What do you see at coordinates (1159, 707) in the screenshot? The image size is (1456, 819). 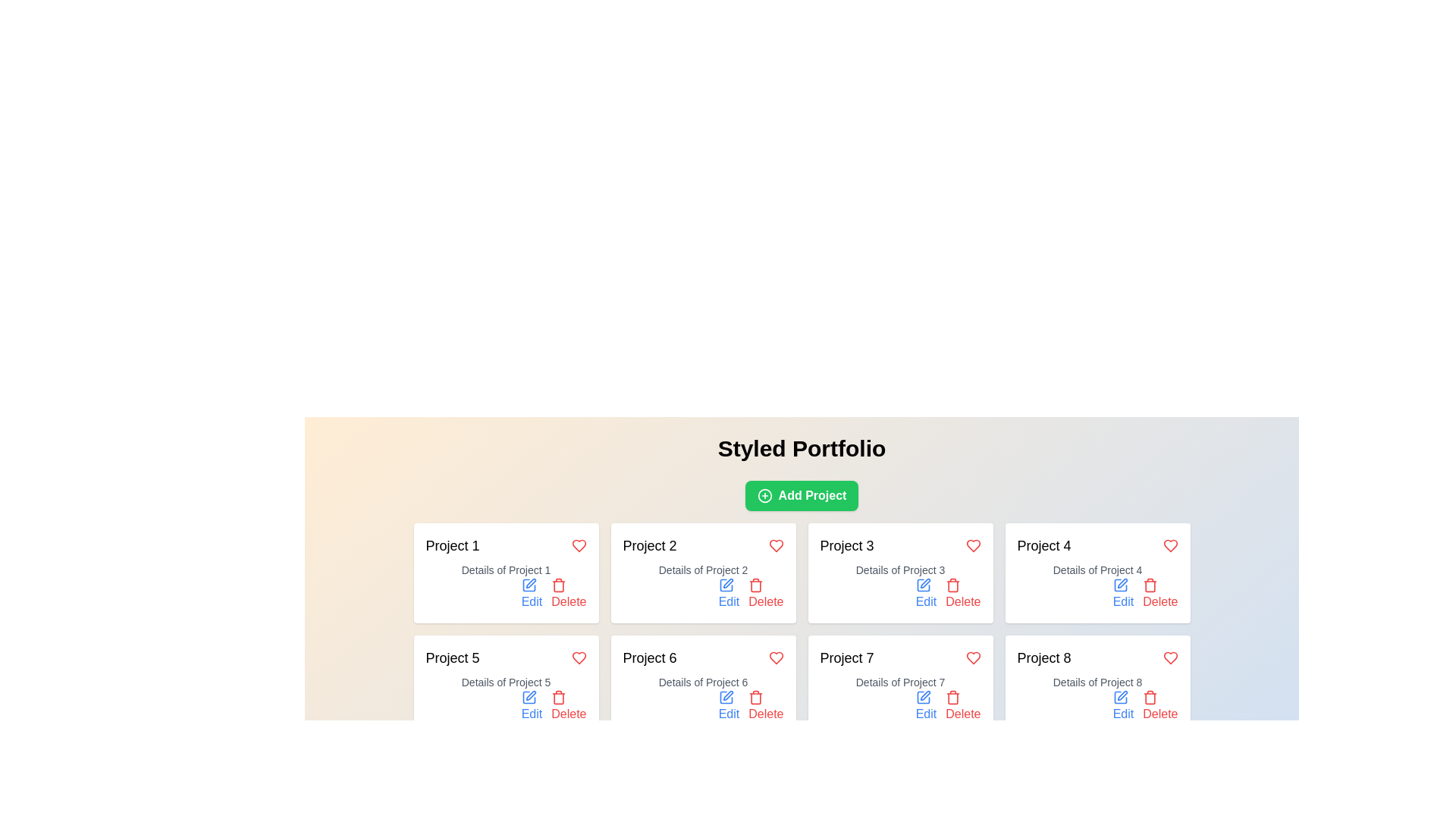 I see `the delete button located in the bottom-right corner of the 'Project 8' card to observe any tooltips or color changes` at bounding box center [1159, 707].